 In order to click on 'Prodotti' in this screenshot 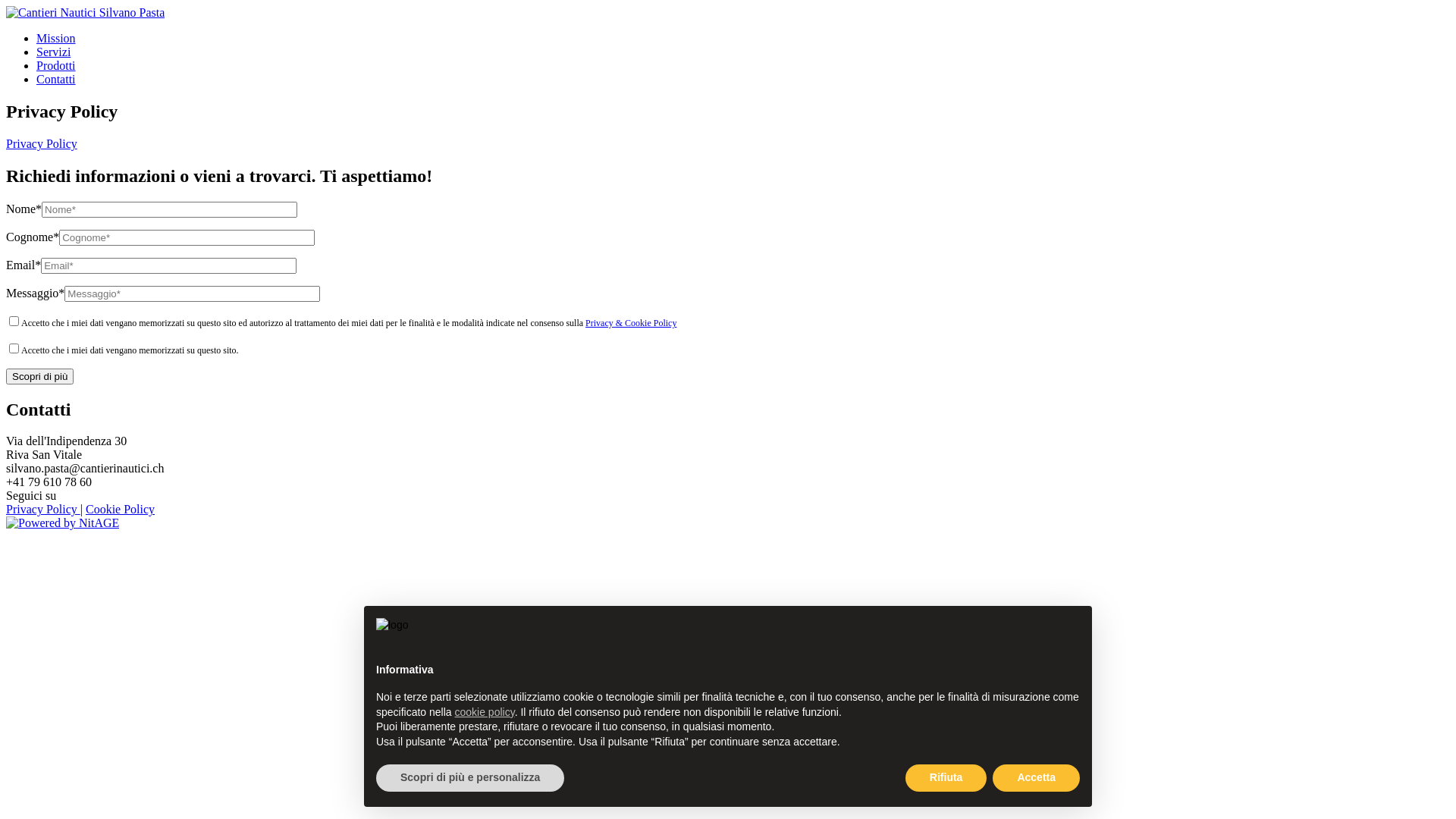, I will do `click(36, 64)`.